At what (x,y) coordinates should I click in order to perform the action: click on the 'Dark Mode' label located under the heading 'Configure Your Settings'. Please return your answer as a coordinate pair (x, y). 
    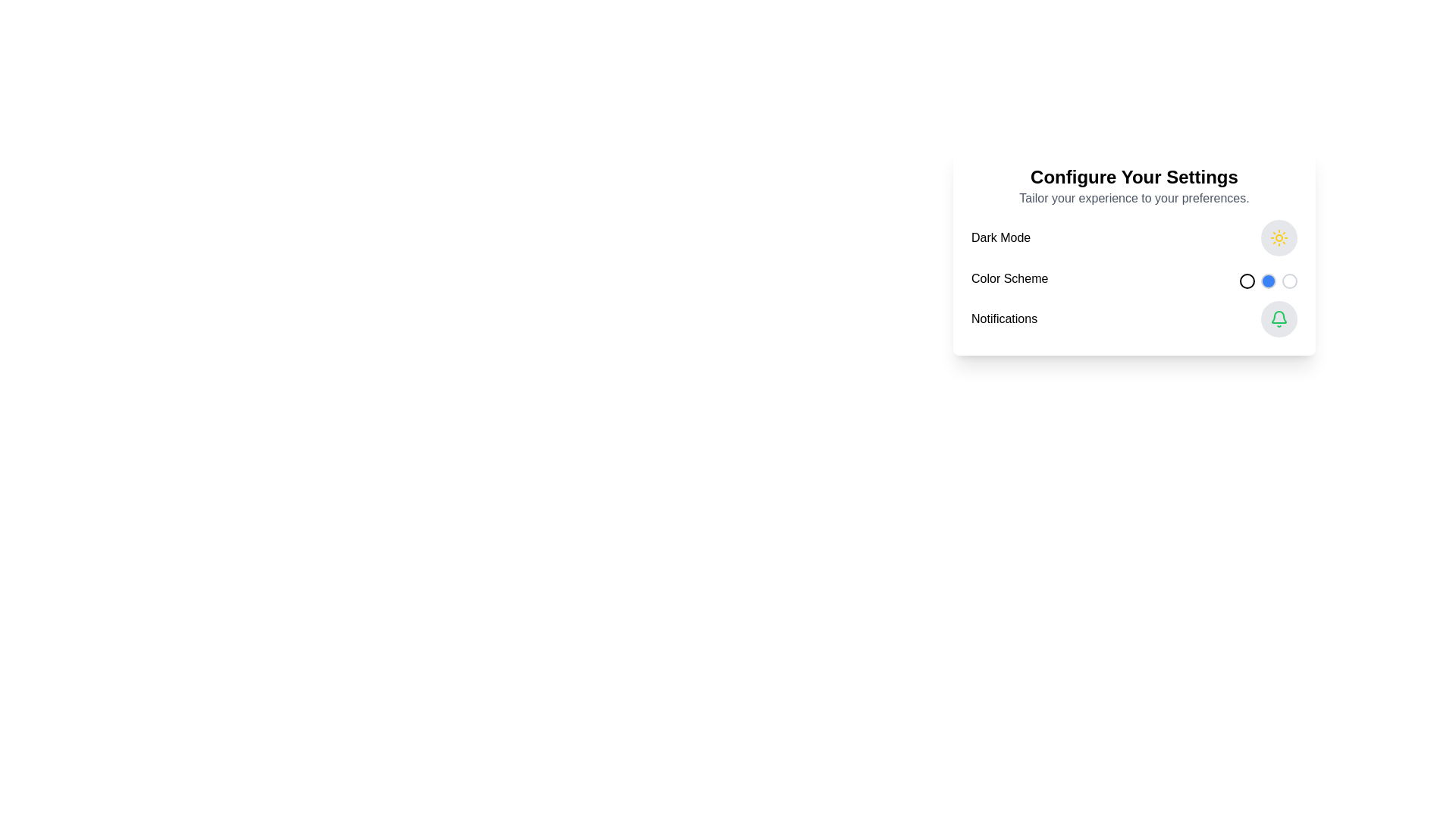
    Looking at the image, I should click on (1001, 237).